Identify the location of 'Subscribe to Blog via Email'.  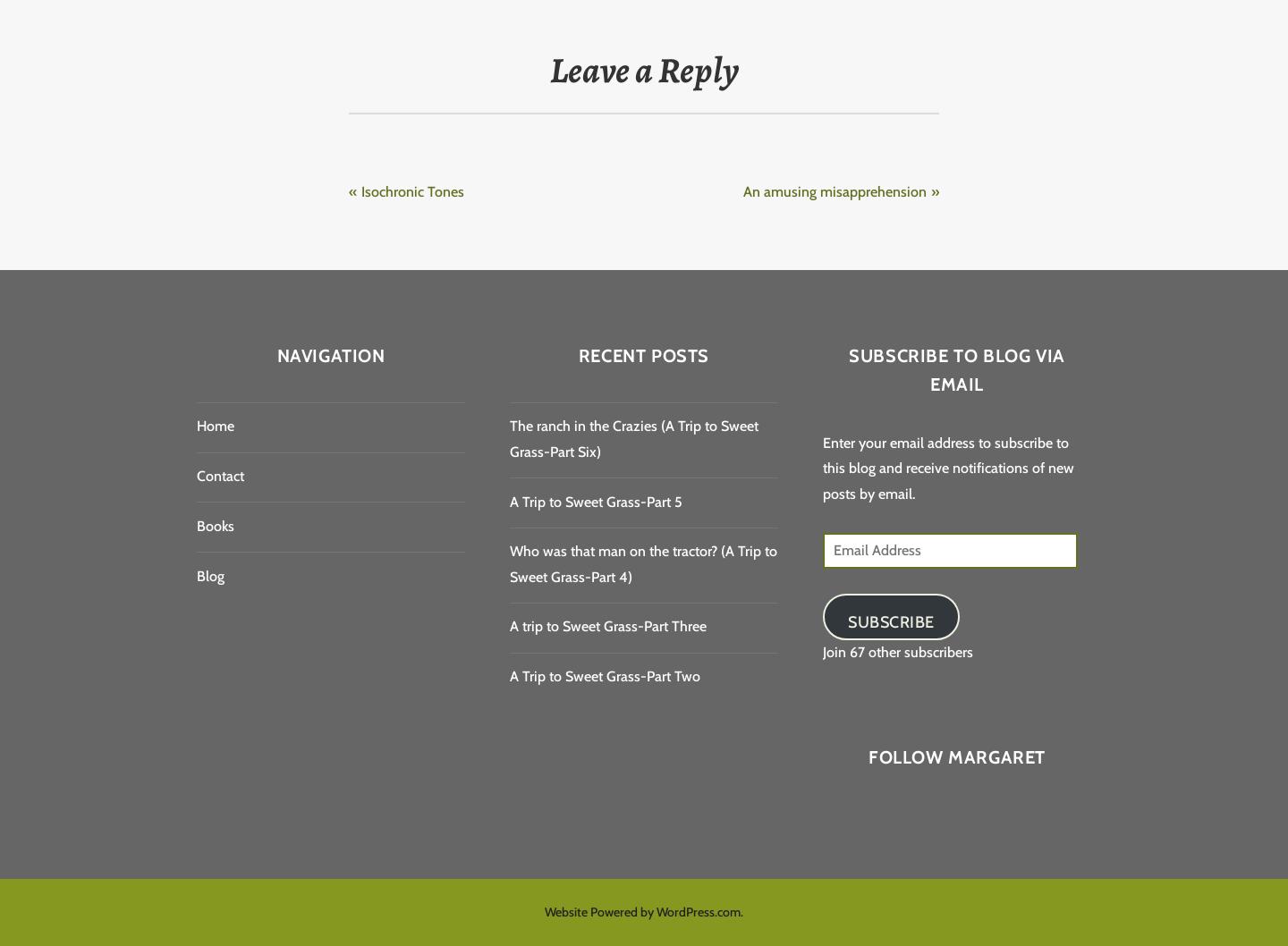
(848, 369).